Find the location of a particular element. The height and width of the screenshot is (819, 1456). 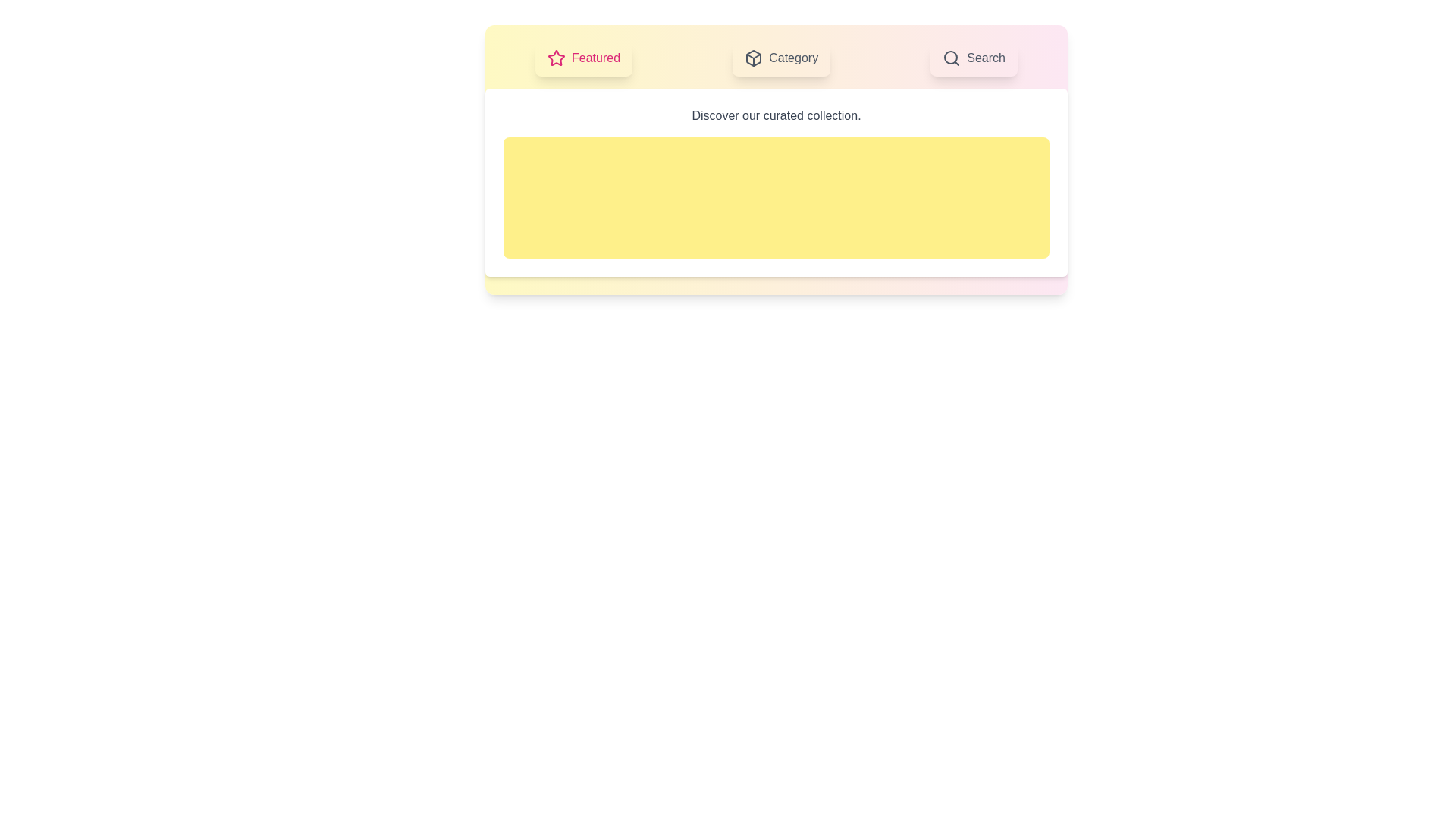

the Category tab is located at coordinates (781, 58).